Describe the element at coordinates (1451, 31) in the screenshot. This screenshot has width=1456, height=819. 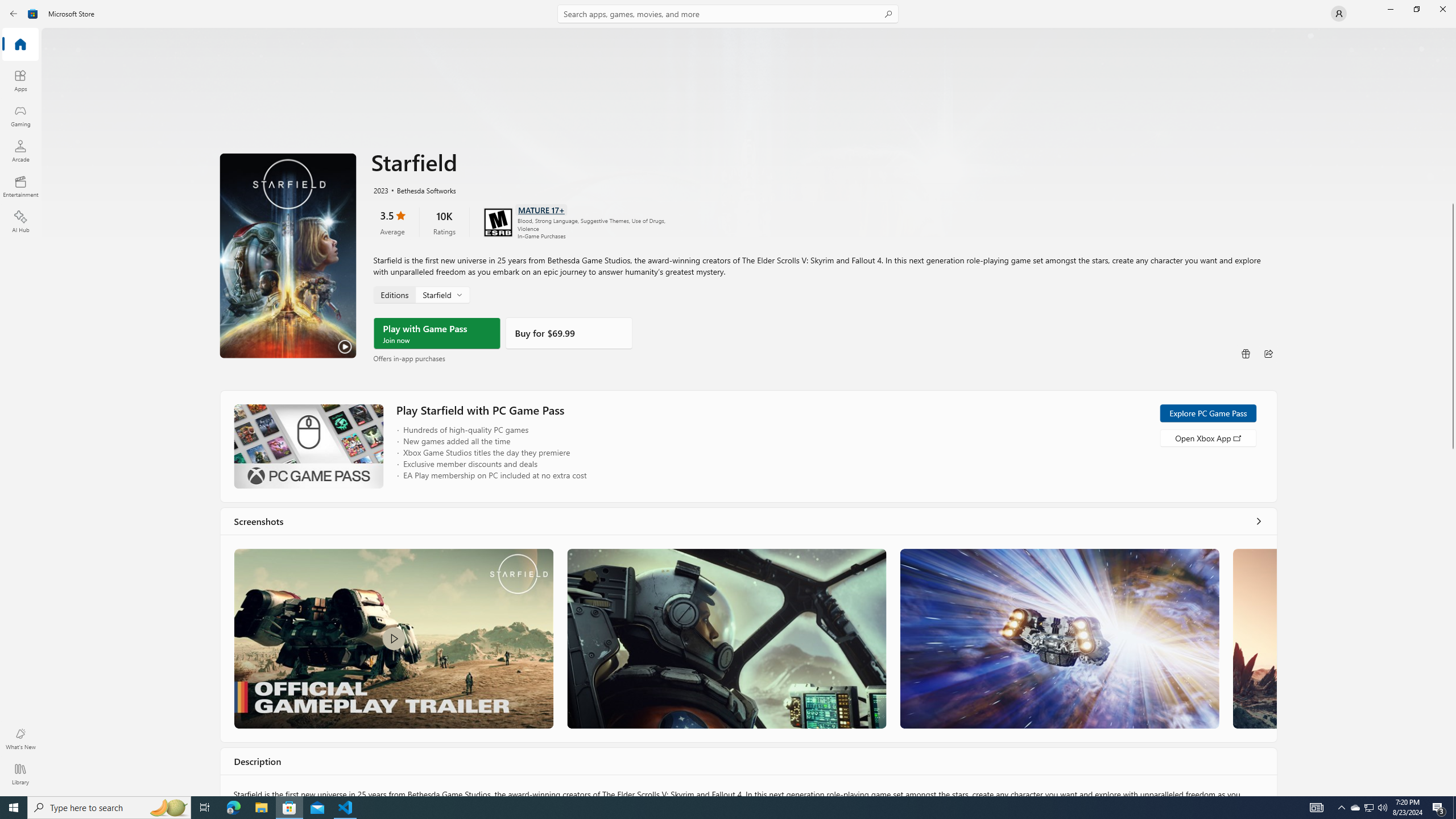
I see `'Vertical Small Decrease'` at that location.